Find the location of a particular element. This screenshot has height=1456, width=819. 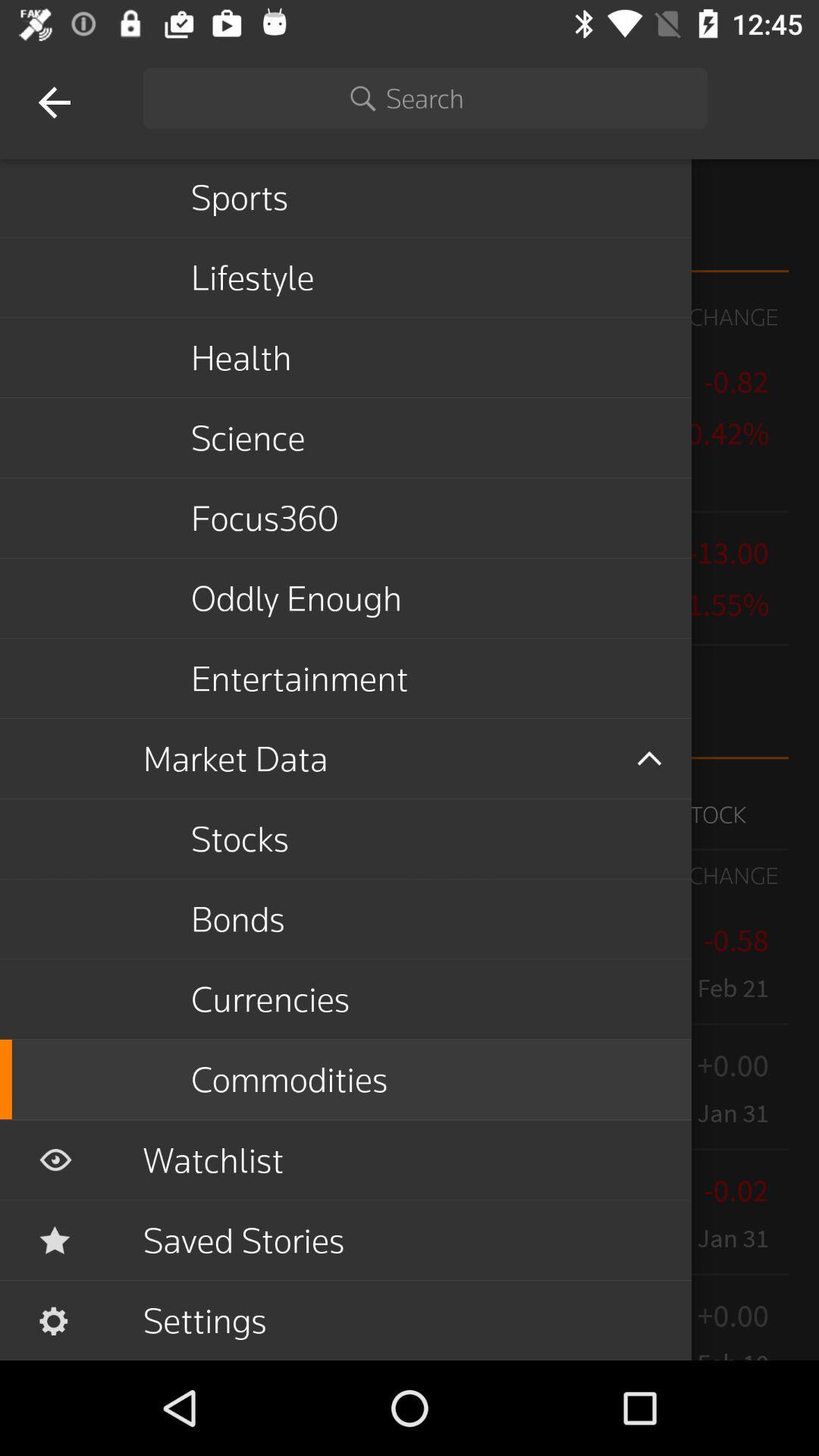

the button which is above the bonds is located at coordinates (278, 814).